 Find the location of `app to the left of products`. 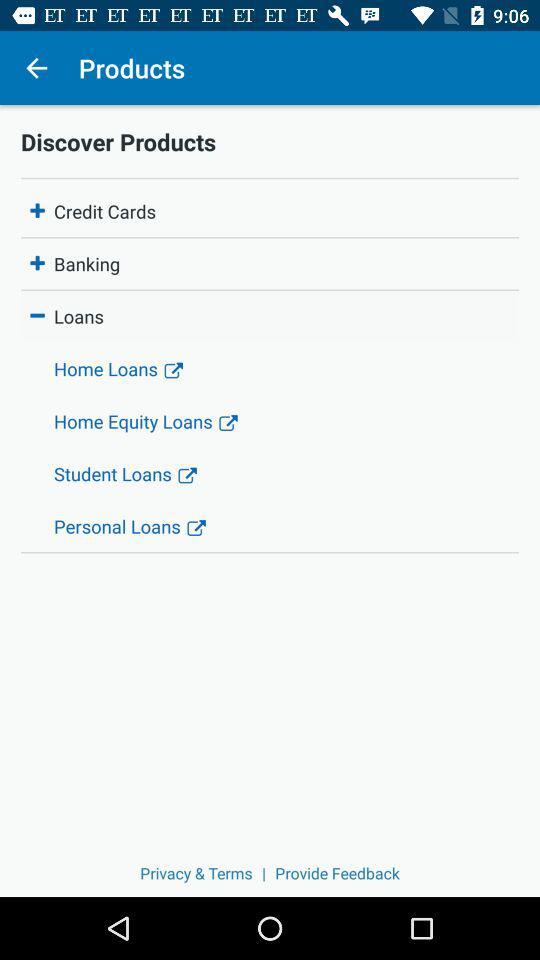

app to the left of products is located at coordinates (36, 68).